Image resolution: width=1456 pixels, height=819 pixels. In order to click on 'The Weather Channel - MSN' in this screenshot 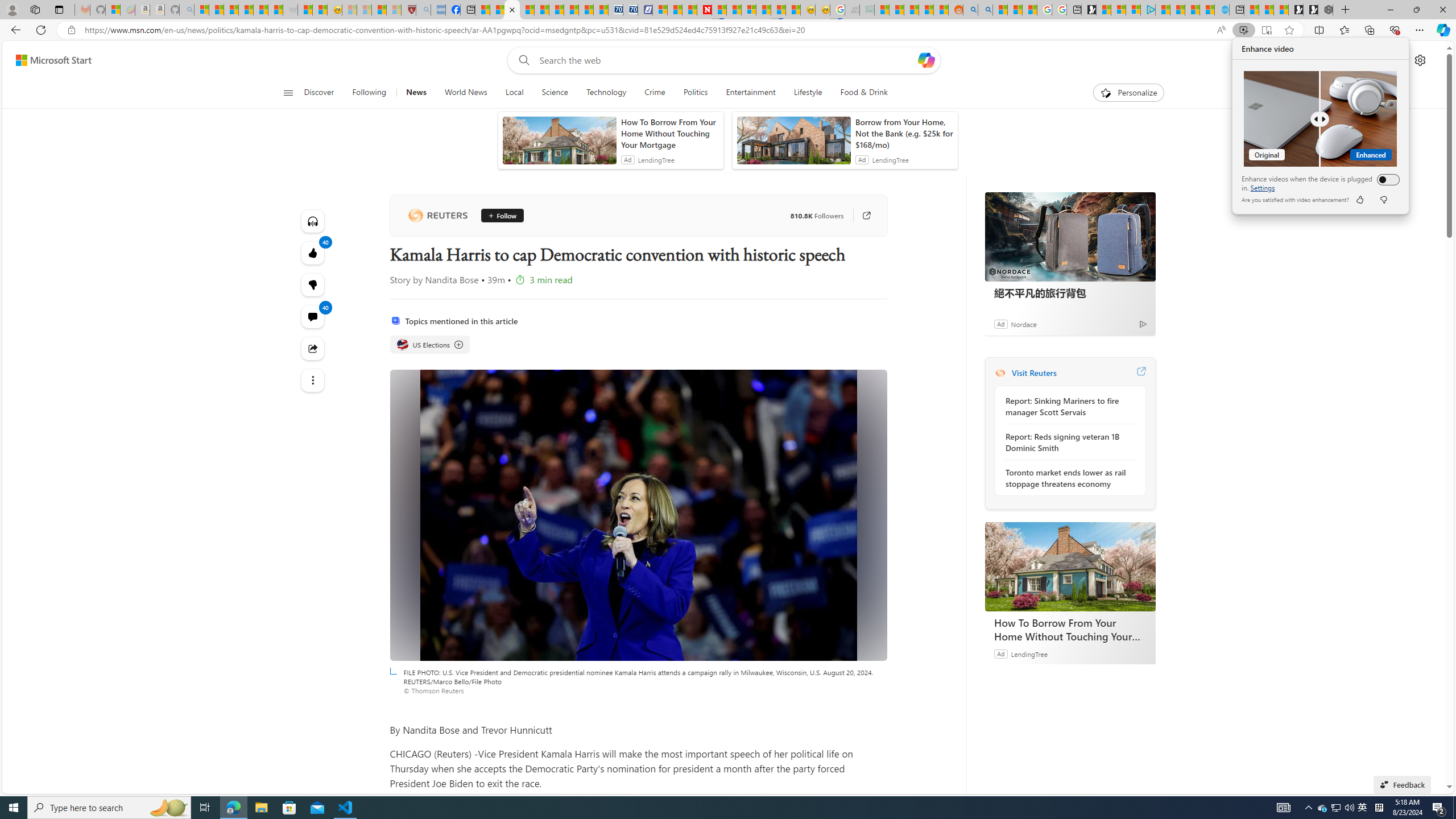, I will do `click(230, 9)`.